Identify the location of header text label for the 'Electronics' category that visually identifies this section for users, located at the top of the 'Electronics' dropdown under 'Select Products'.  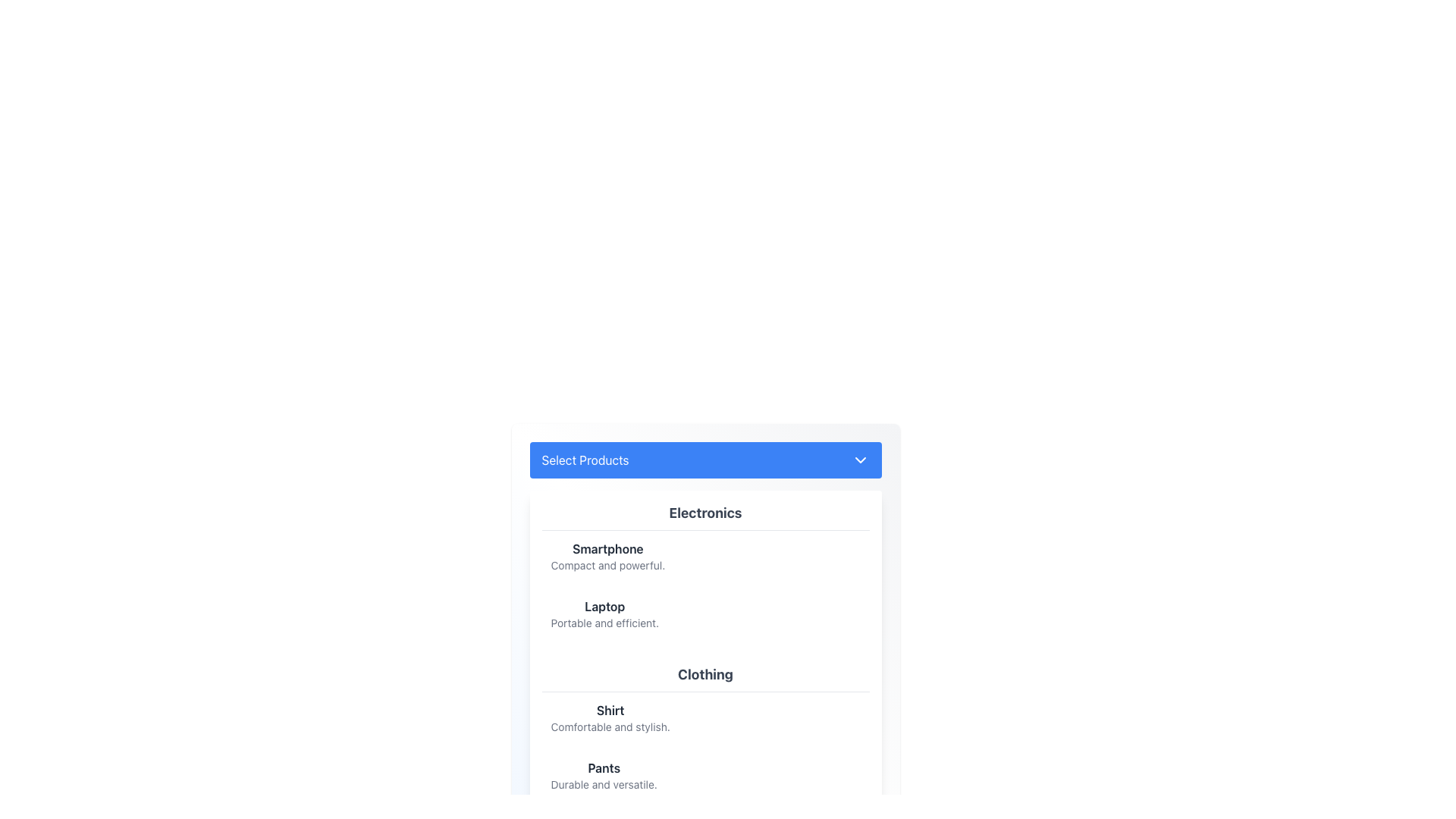
(704, 513).